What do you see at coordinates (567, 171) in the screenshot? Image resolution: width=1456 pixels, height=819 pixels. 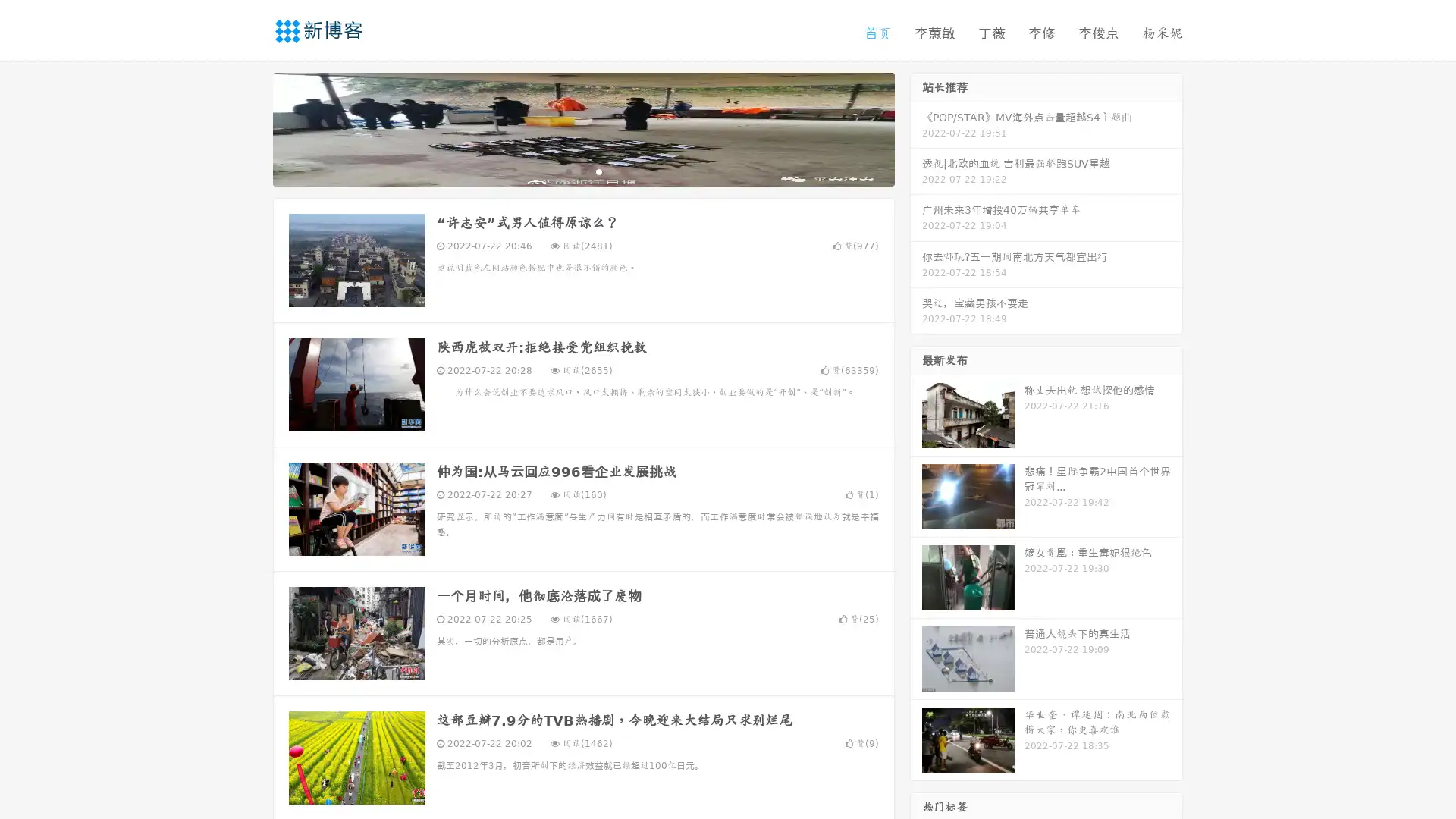 I see `Go to slide 1` at bounding box center [567, 171].